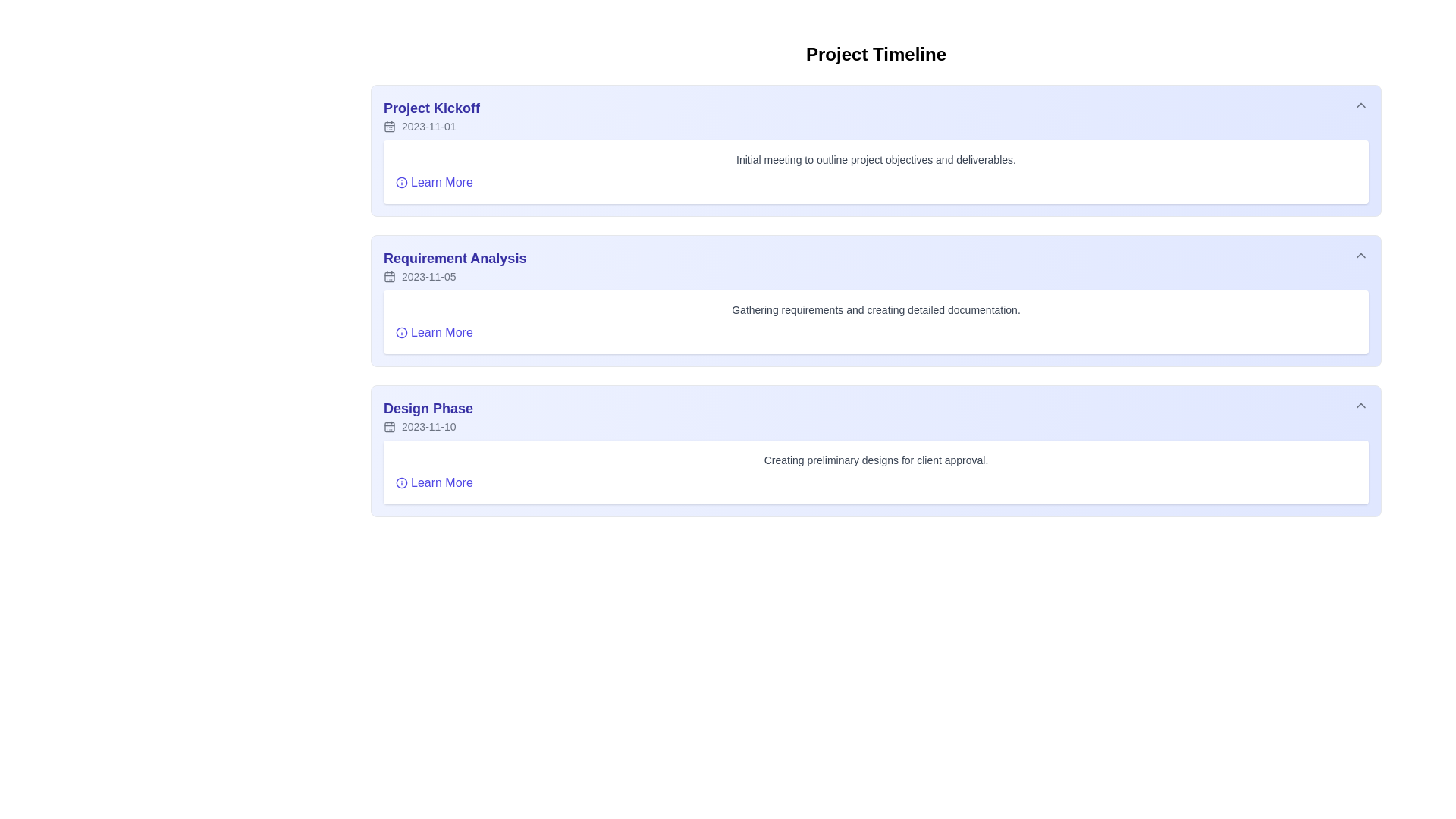 Image resolution: width=1456 pixels, height=819 pixels. What do you see at coordinates (401, 181) in the screenshot?
I see `the circular information icon within the 'Project Kickoff' row, adjacent to the 'Learn More' text label` at bounding box center [401, 181].